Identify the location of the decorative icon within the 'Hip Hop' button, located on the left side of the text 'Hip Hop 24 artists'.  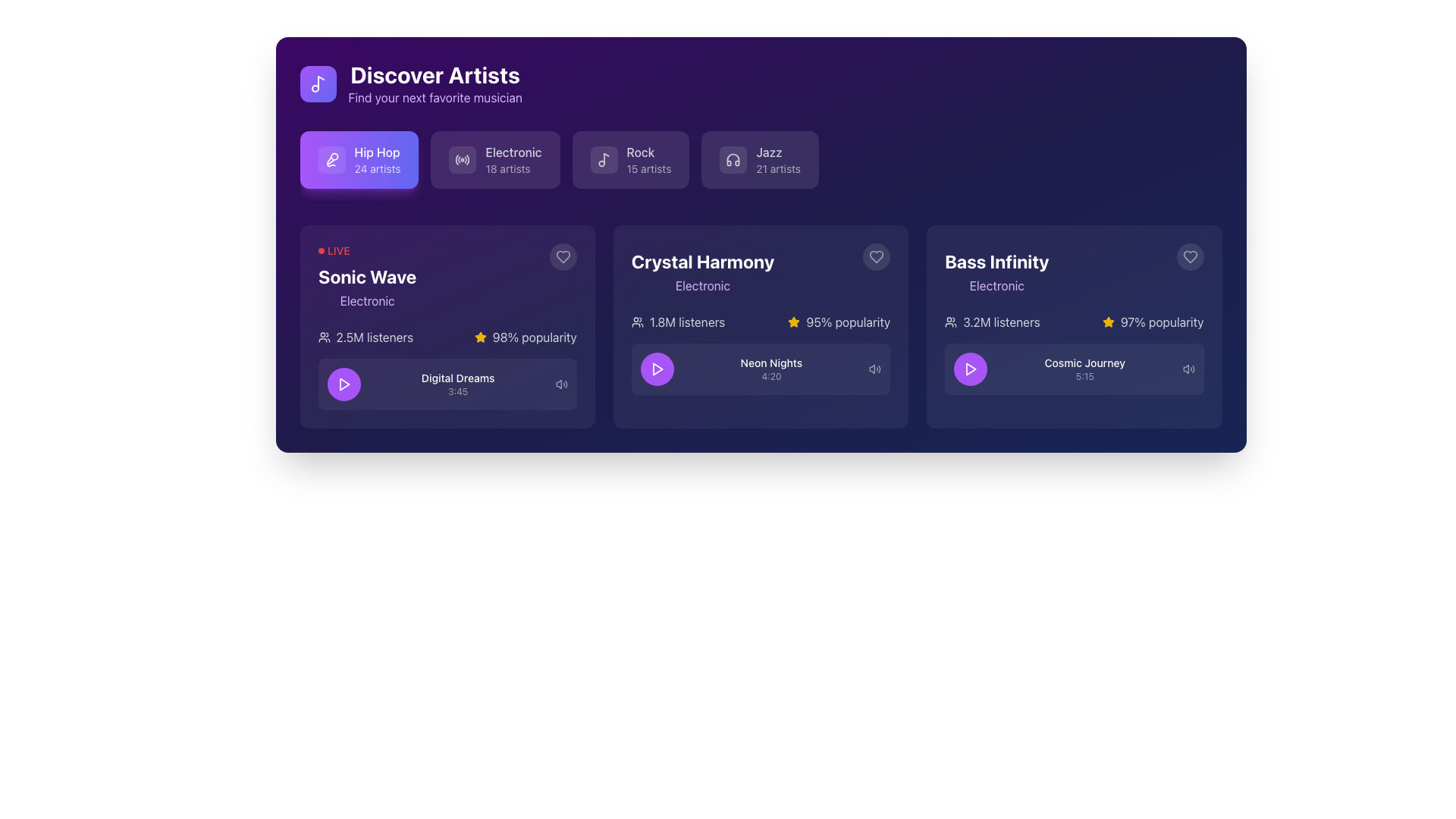
(331, 160).